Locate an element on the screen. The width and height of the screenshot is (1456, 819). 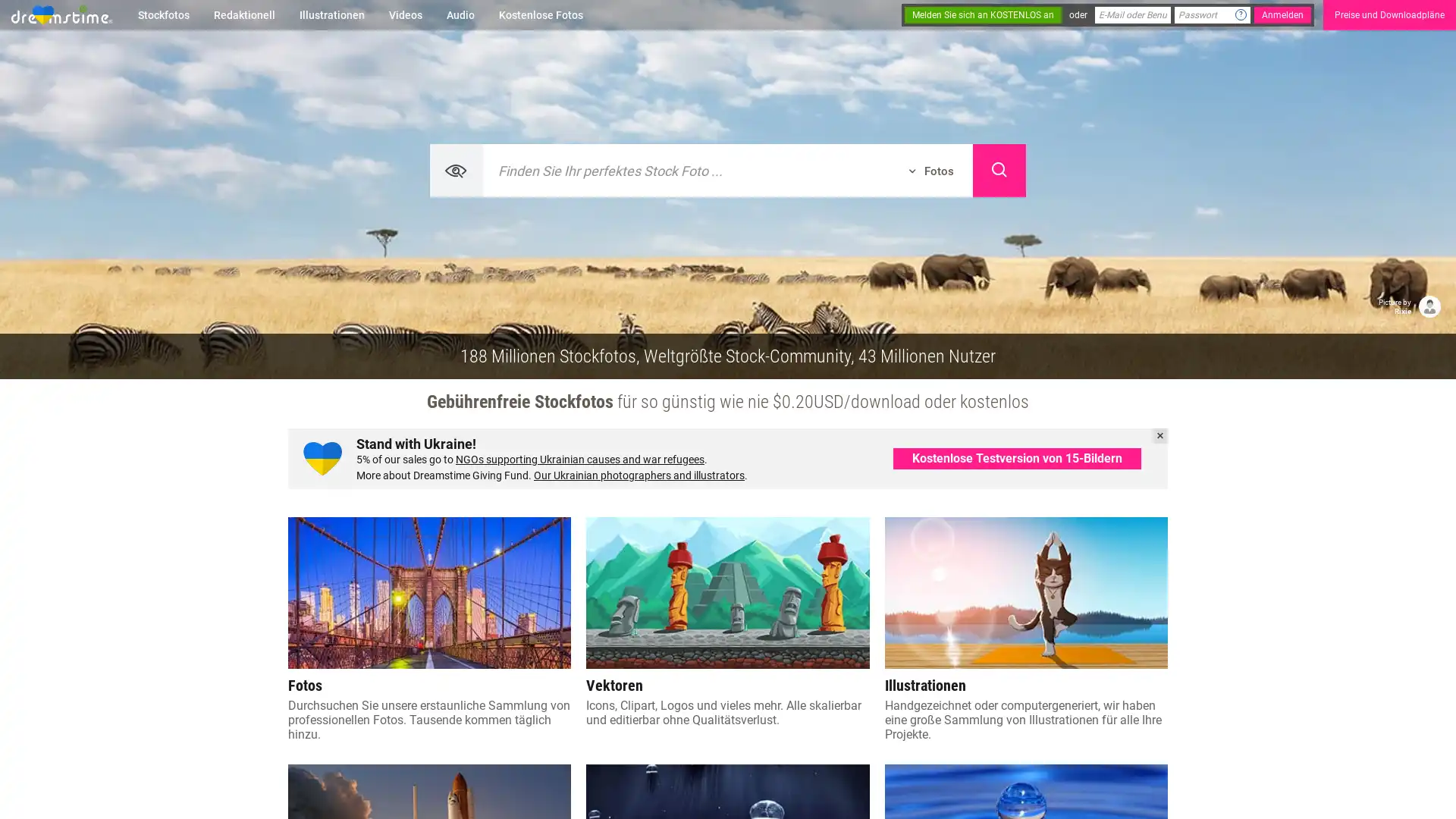
Search is located at coordinates (999, 170).